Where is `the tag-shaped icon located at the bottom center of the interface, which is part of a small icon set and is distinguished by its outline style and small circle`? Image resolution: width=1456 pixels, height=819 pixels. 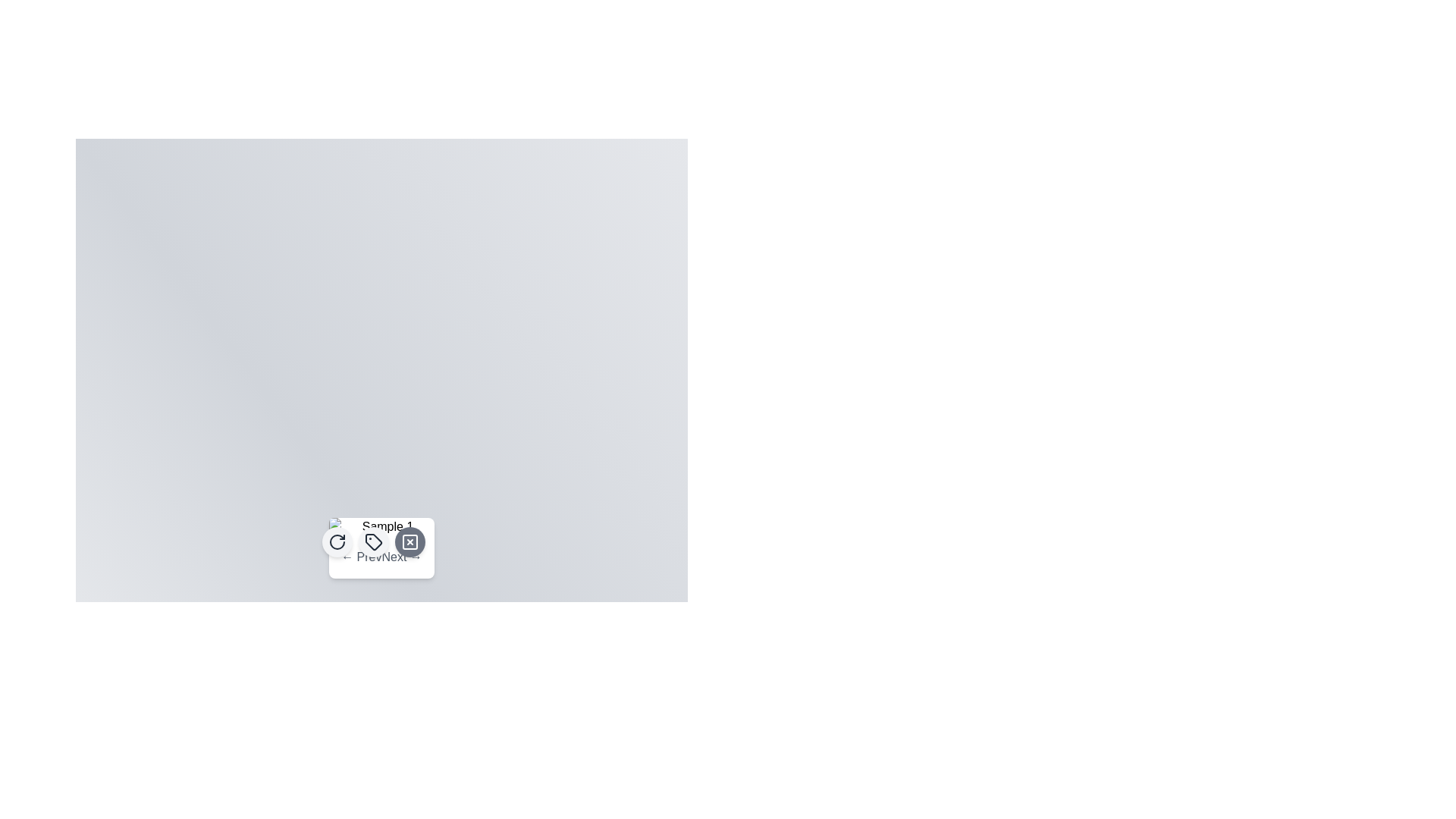 the tag-shaped icon located at the bottom center of the interface, which is part of a small icon set and is distinguished by its outline style and small circle is located at coordinates (373, 541).